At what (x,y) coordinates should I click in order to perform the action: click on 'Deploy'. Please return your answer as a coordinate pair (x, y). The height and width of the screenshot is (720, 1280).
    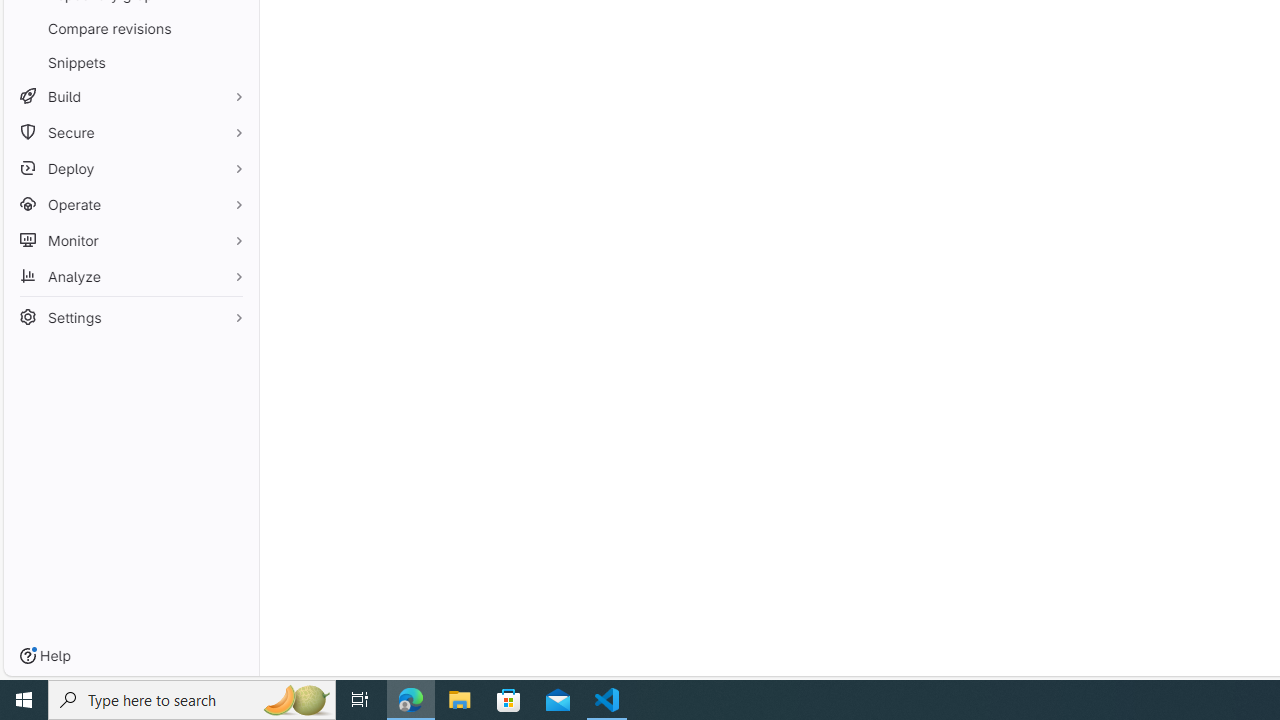
    Looking at the image, I should click on (130, 167).